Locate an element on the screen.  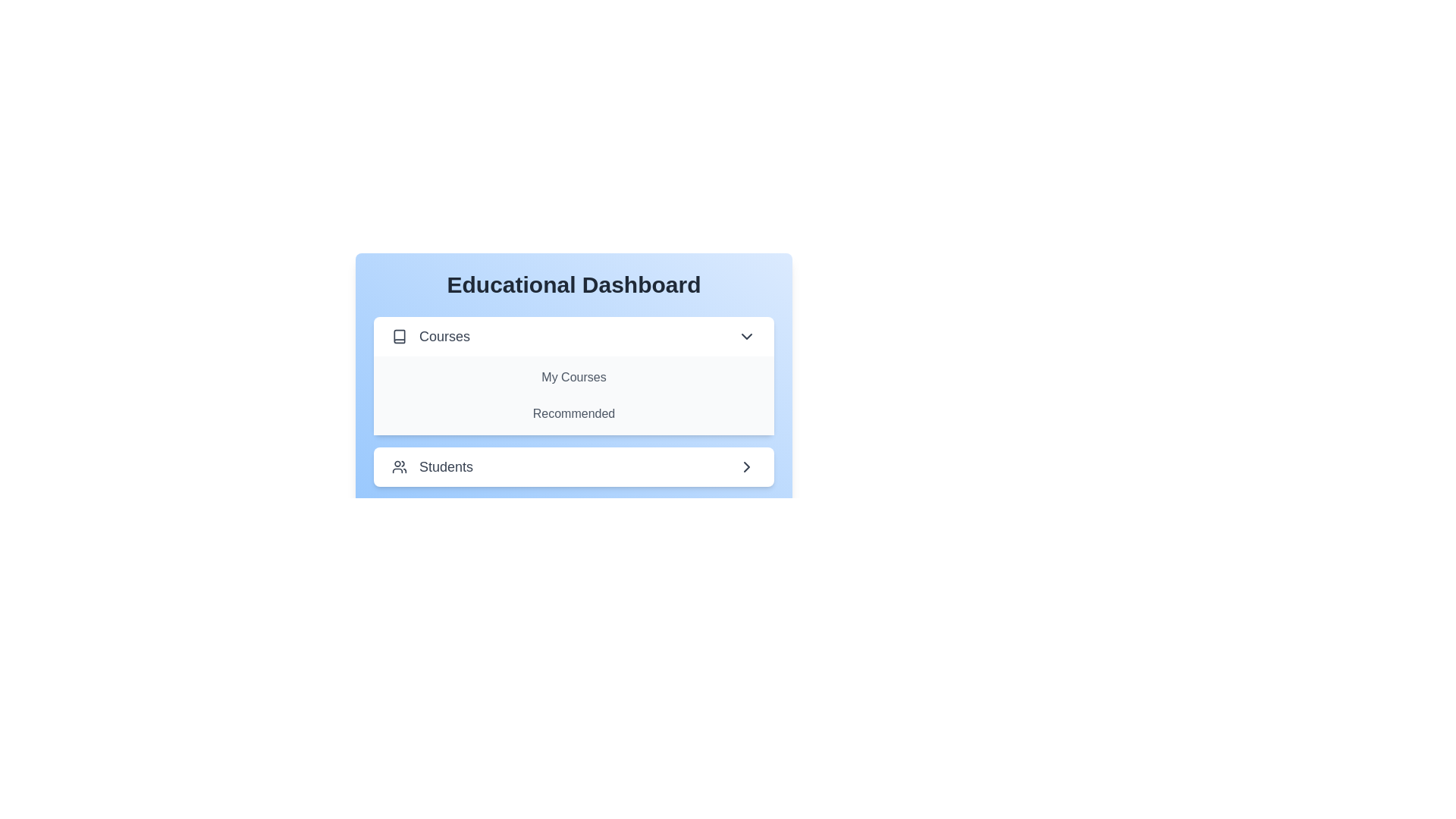
the icon corresponding to the section Courses to toggle its visibility is located at coordinates (400, 335).